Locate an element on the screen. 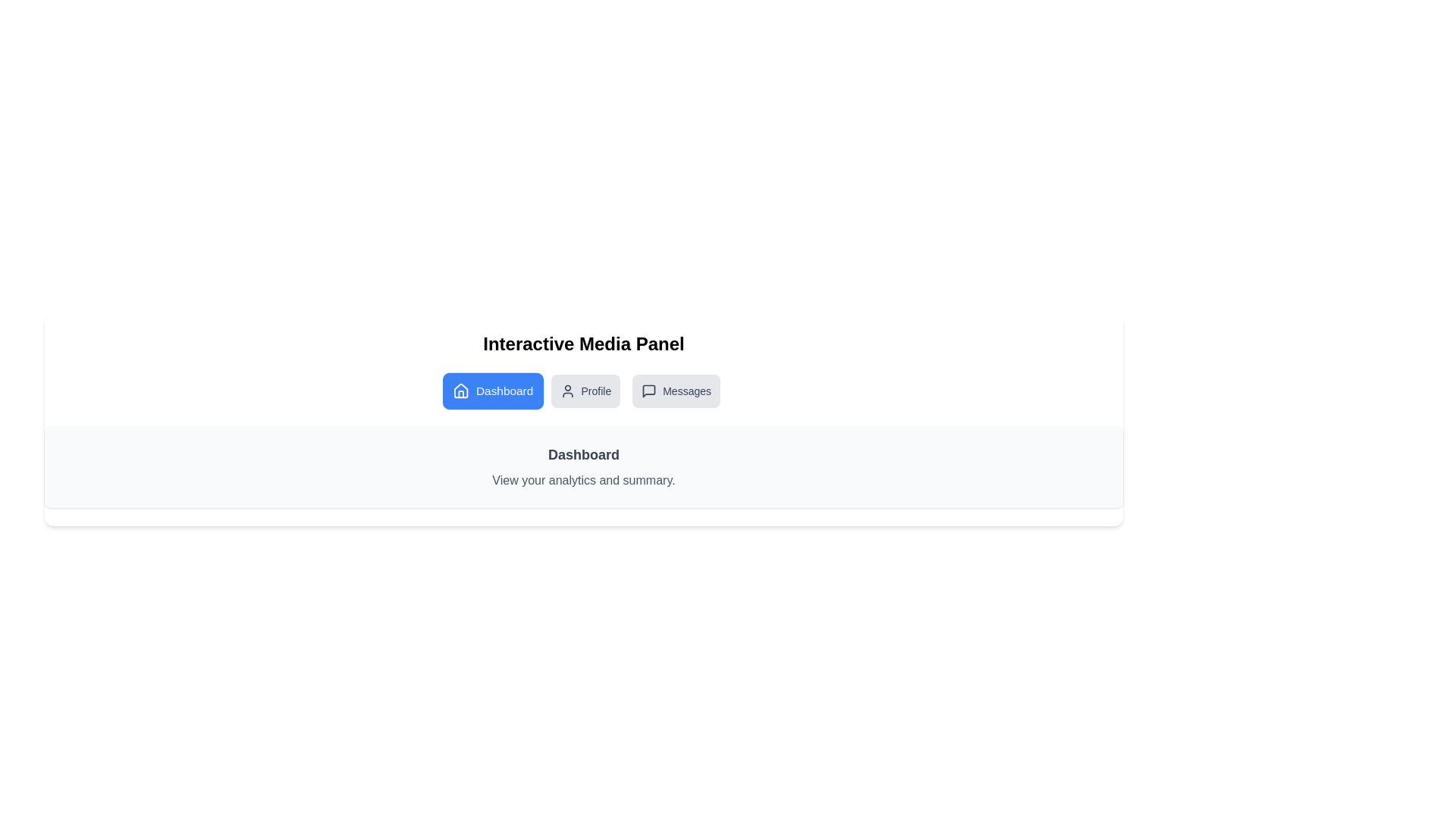 Image resolution: width=1456 pixels, height=819 pixels. the Dashboard tab is located at coordinates (492, 391).